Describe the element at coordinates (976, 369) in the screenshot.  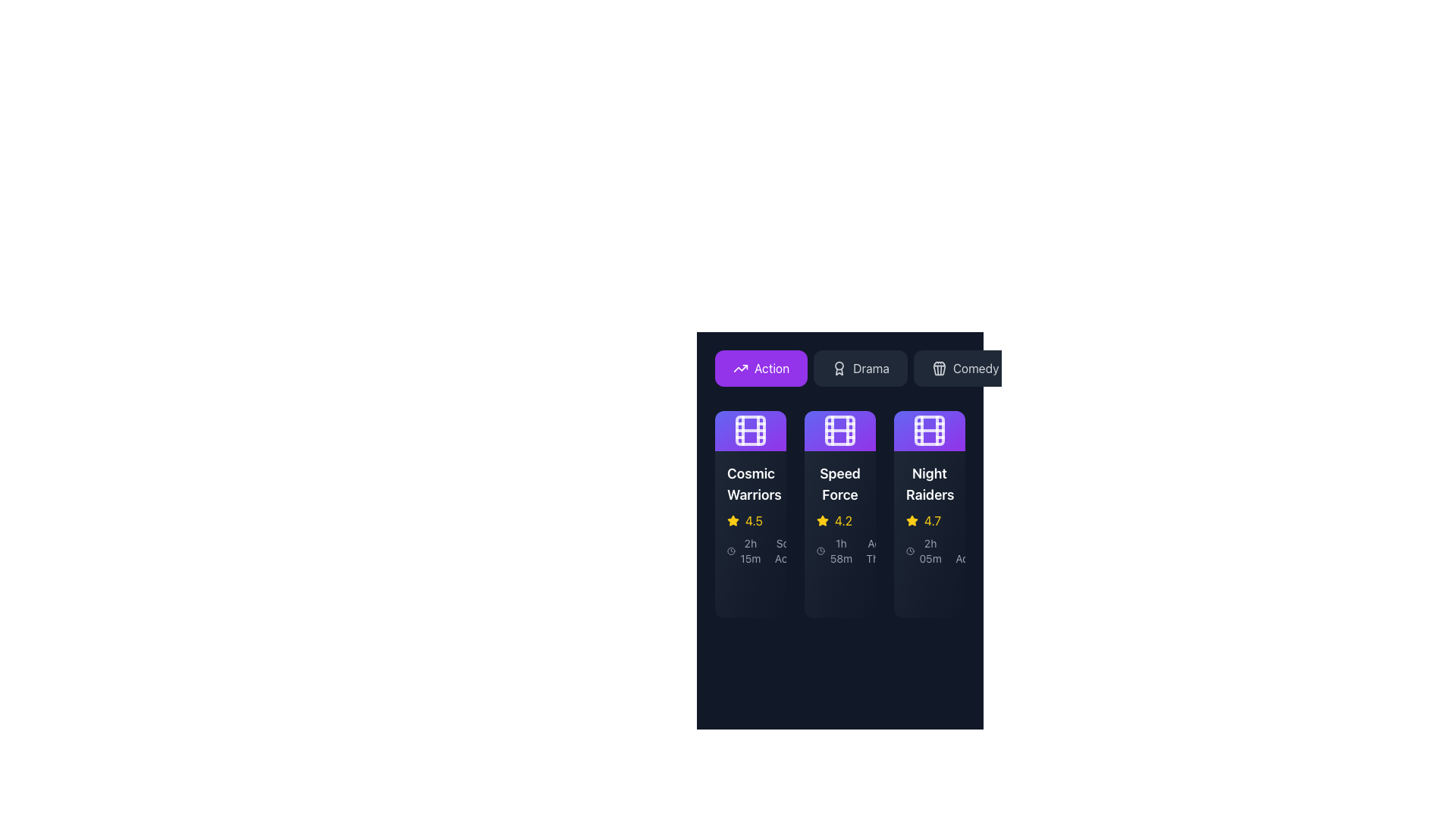
I see `the 'Comedy' text label` at that location.